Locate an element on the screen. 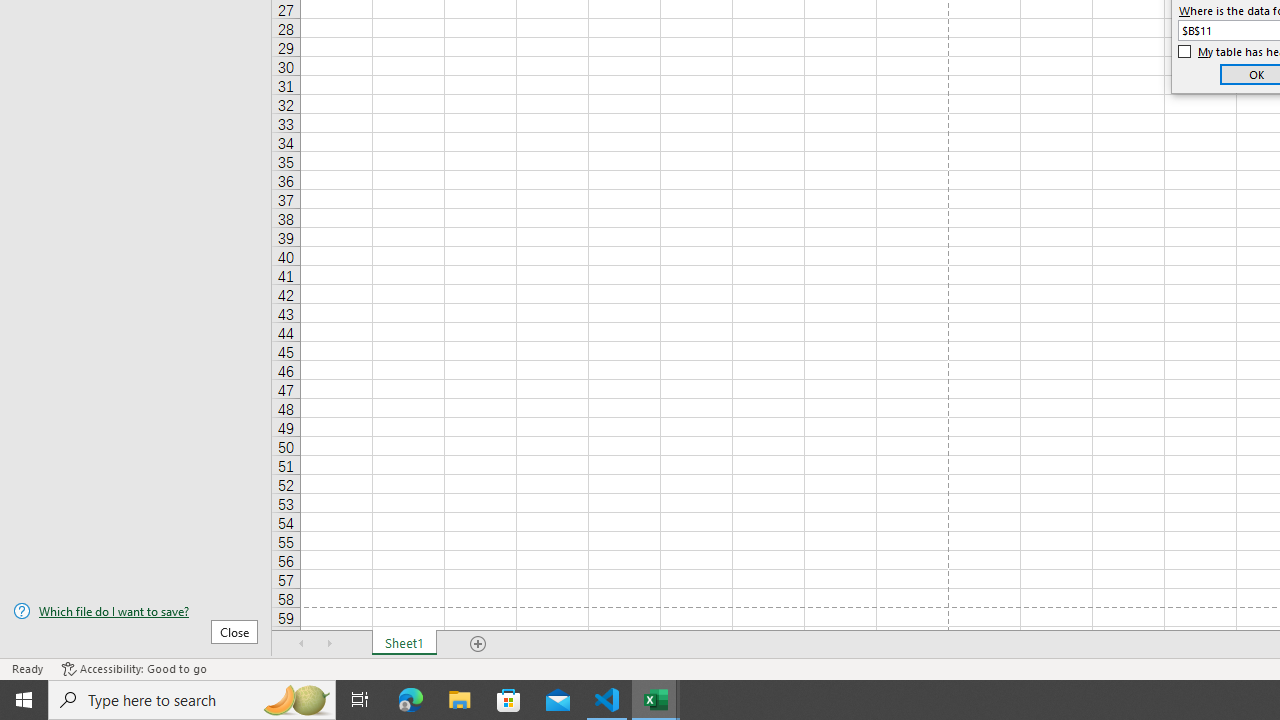 Image resolution: width=1280 pixels, height=720 pixels. 'Accessibility Checker Accessibility: Good to go' is located at coordinates (133, 669).